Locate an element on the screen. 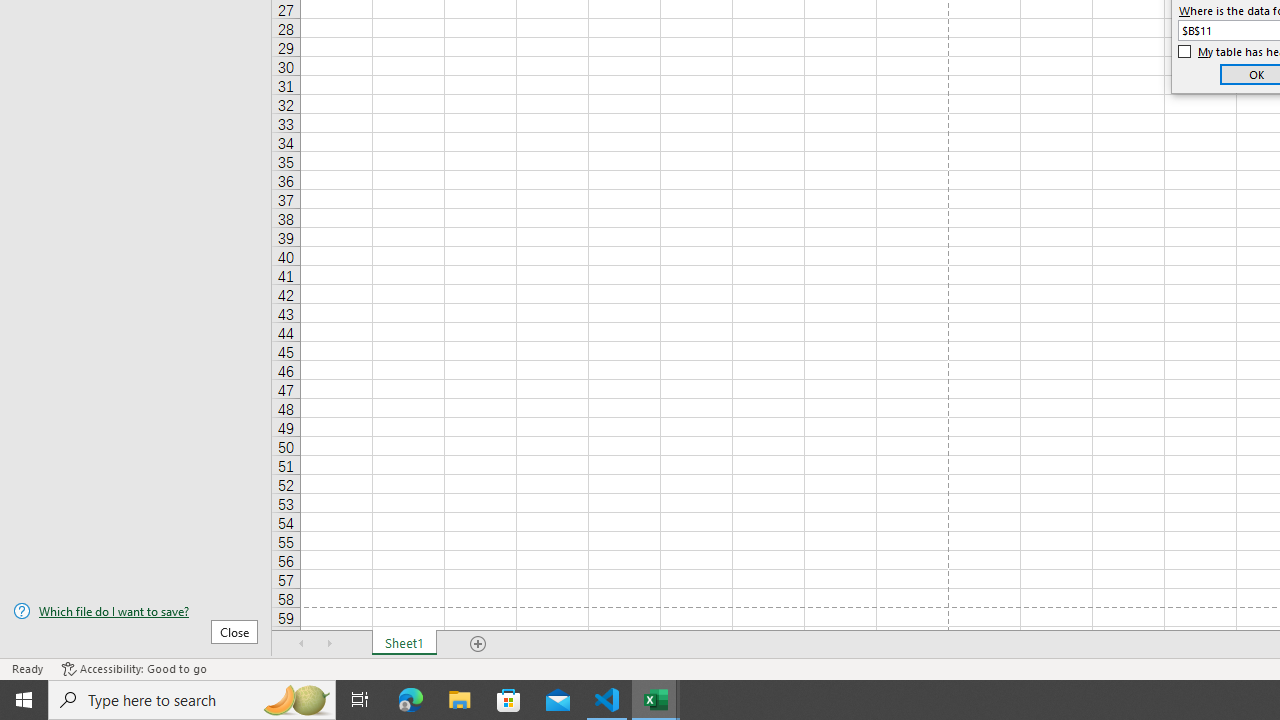 Image resolution: width=1280 pixels, height=720 pixels. 'Accessibility Checker Accessibility: Good to go' is located at coordinates (133, 669).